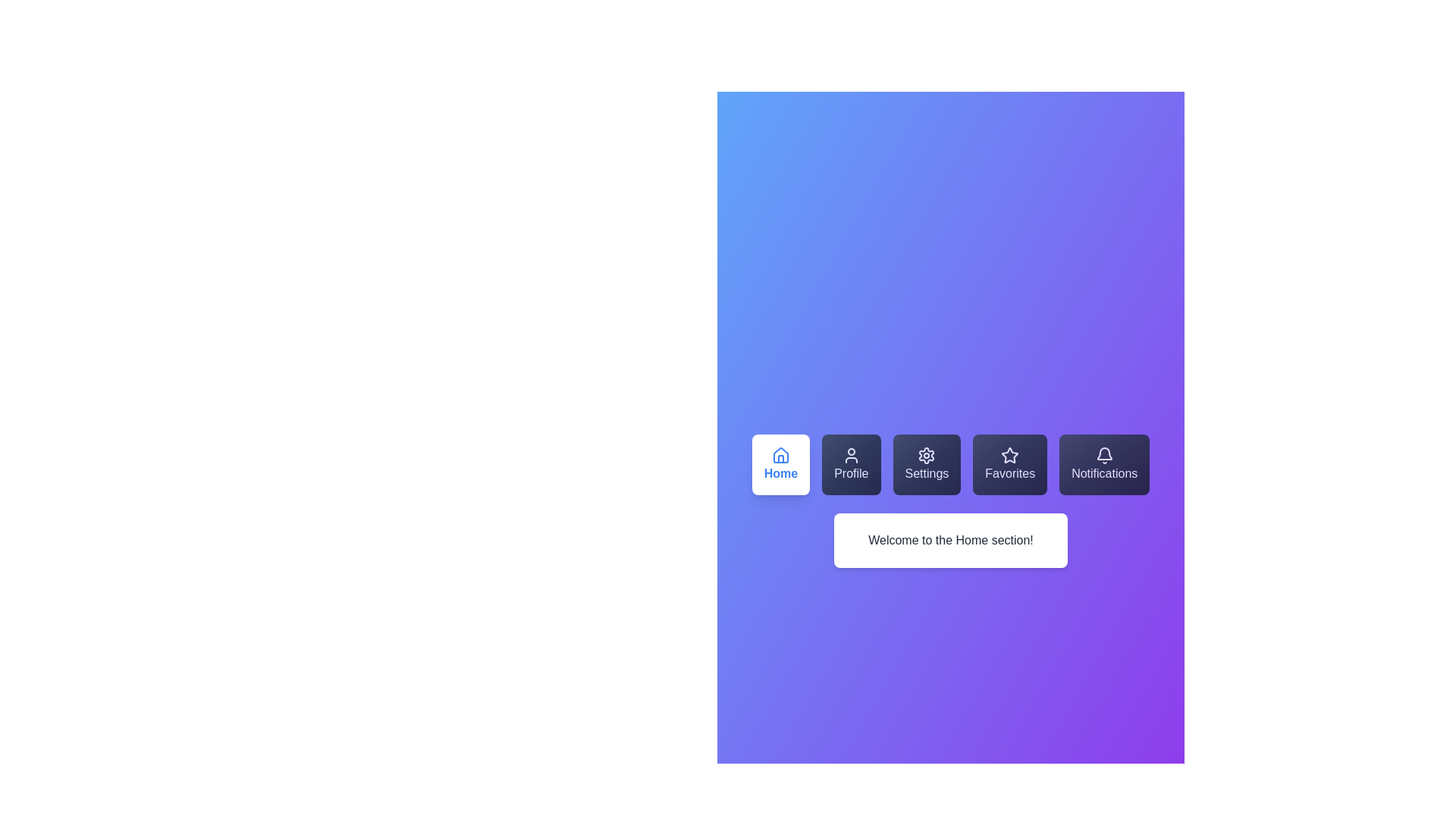  Describe the element at coordinates (1010, 472) in the screenshot. I see `the text content of the Text Label located under the star icon within the dark, semi-transparent card` at that location.